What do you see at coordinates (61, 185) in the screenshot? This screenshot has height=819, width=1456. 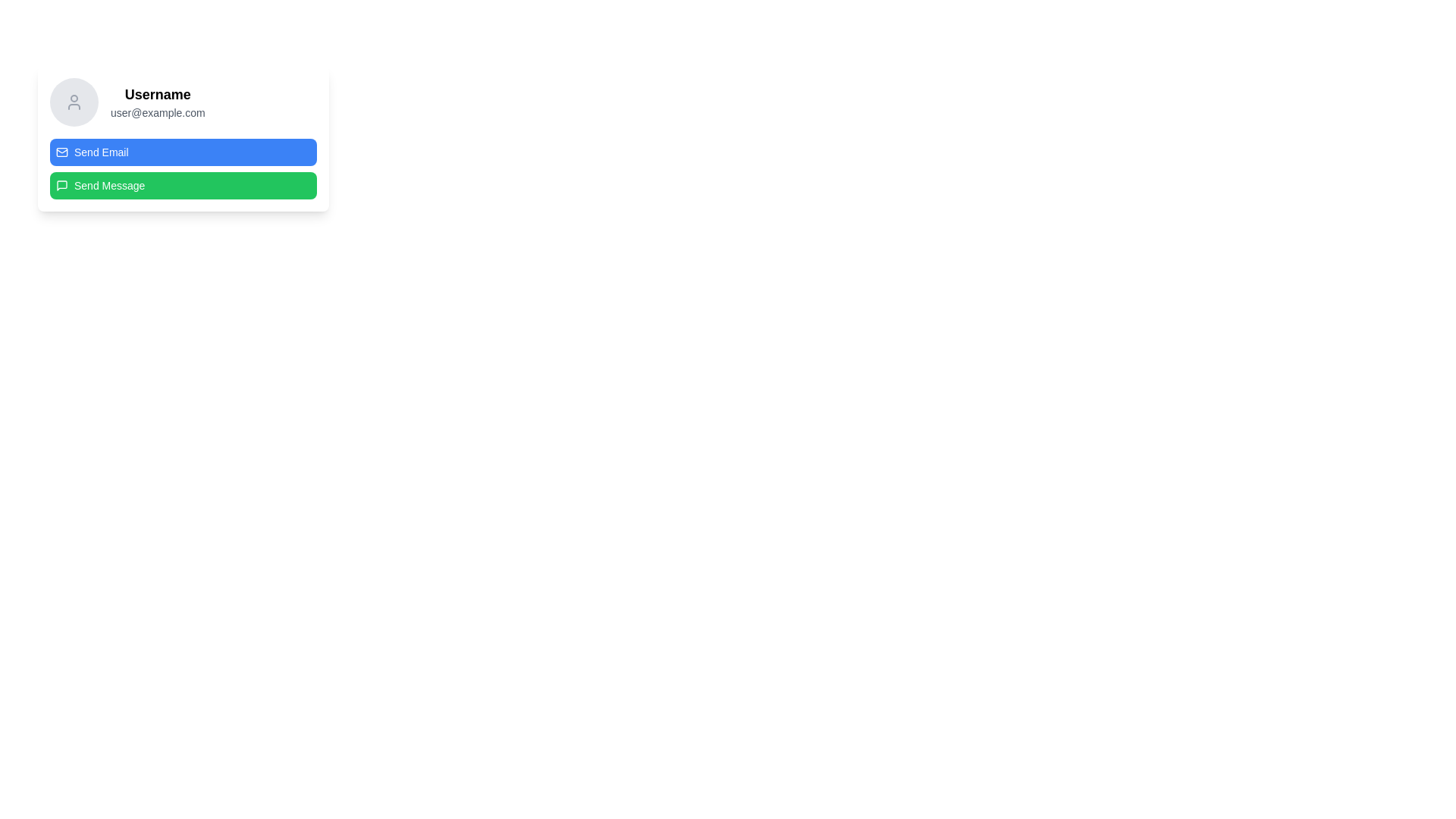 I see `the green 'Send Message' button that contains the message icon to send a message` at bounding box center [61, 185].